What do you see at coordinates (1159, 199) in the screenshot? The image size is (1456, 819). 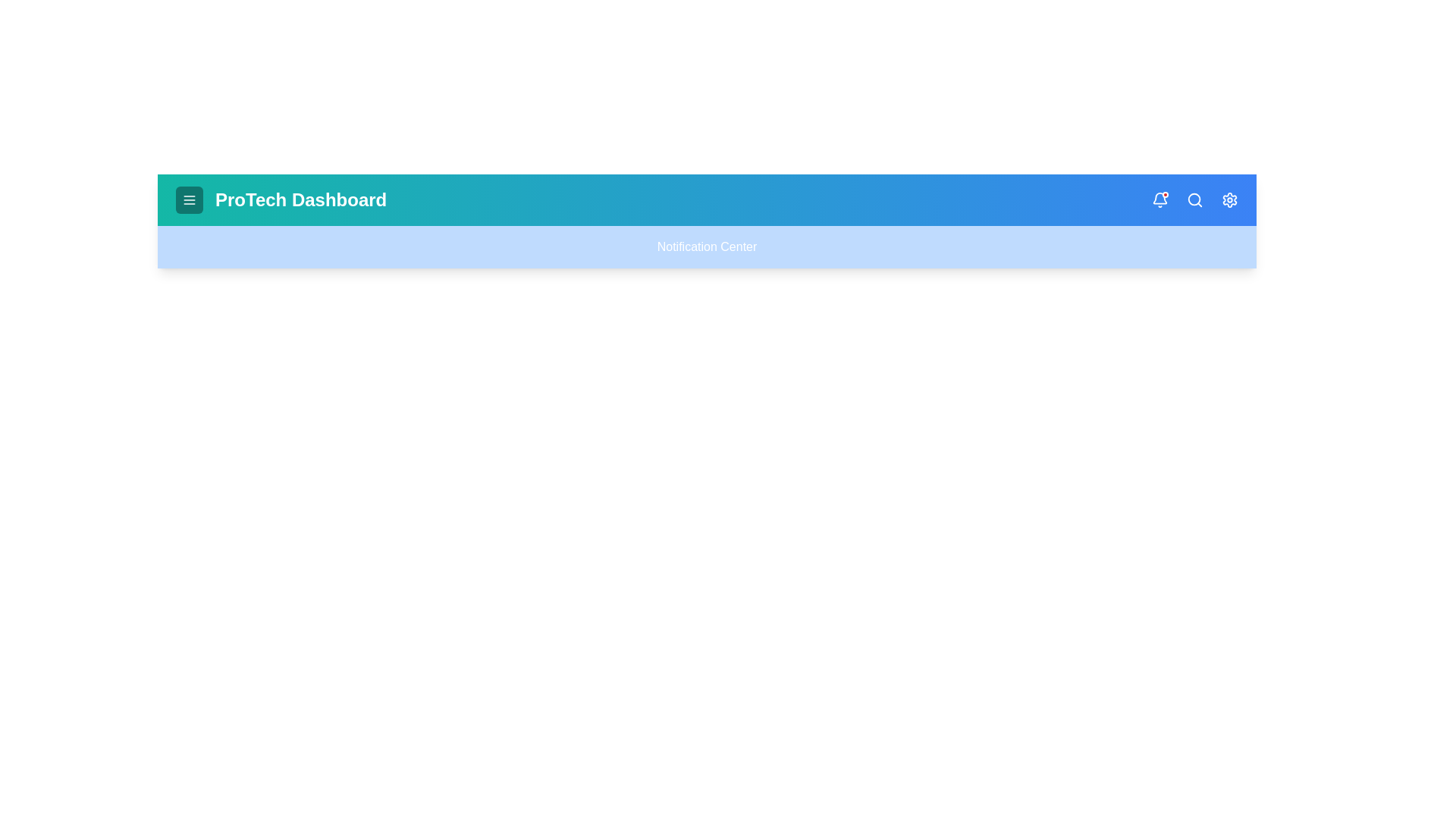 I see `the bell icon to toggle the notification center` at bounding box center [1159, 199].